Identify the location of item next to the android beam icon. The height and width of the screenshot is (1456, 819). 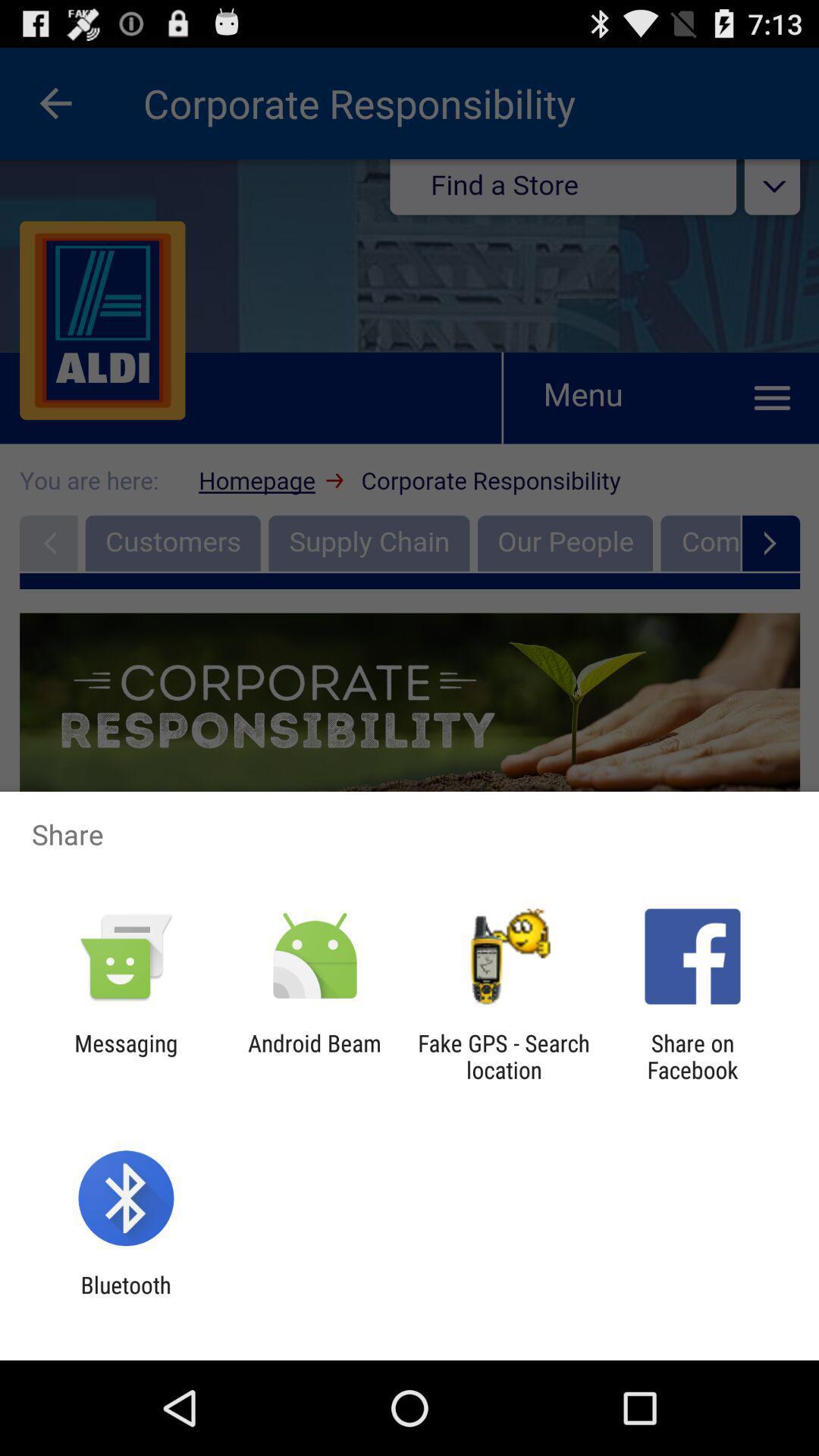
(504, 1056).